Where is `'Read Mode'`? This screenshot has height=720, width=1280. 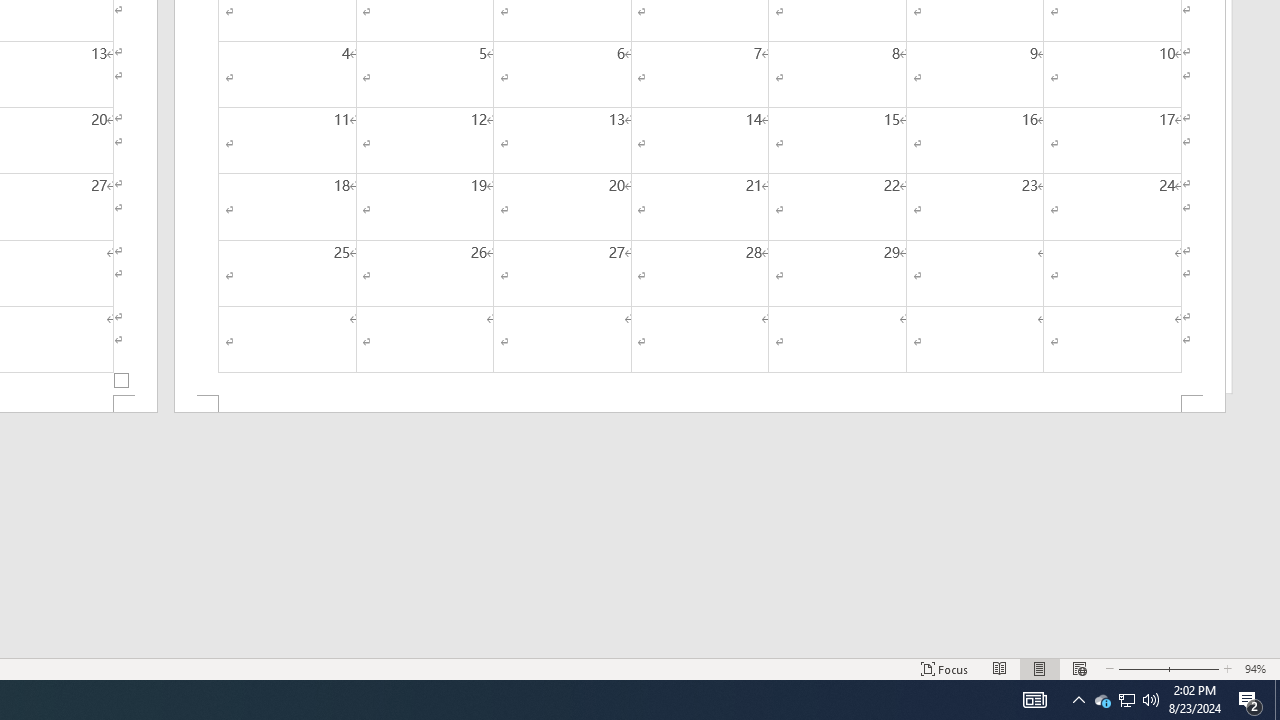 'Read Mode' is located at coordinates (1000, 669).